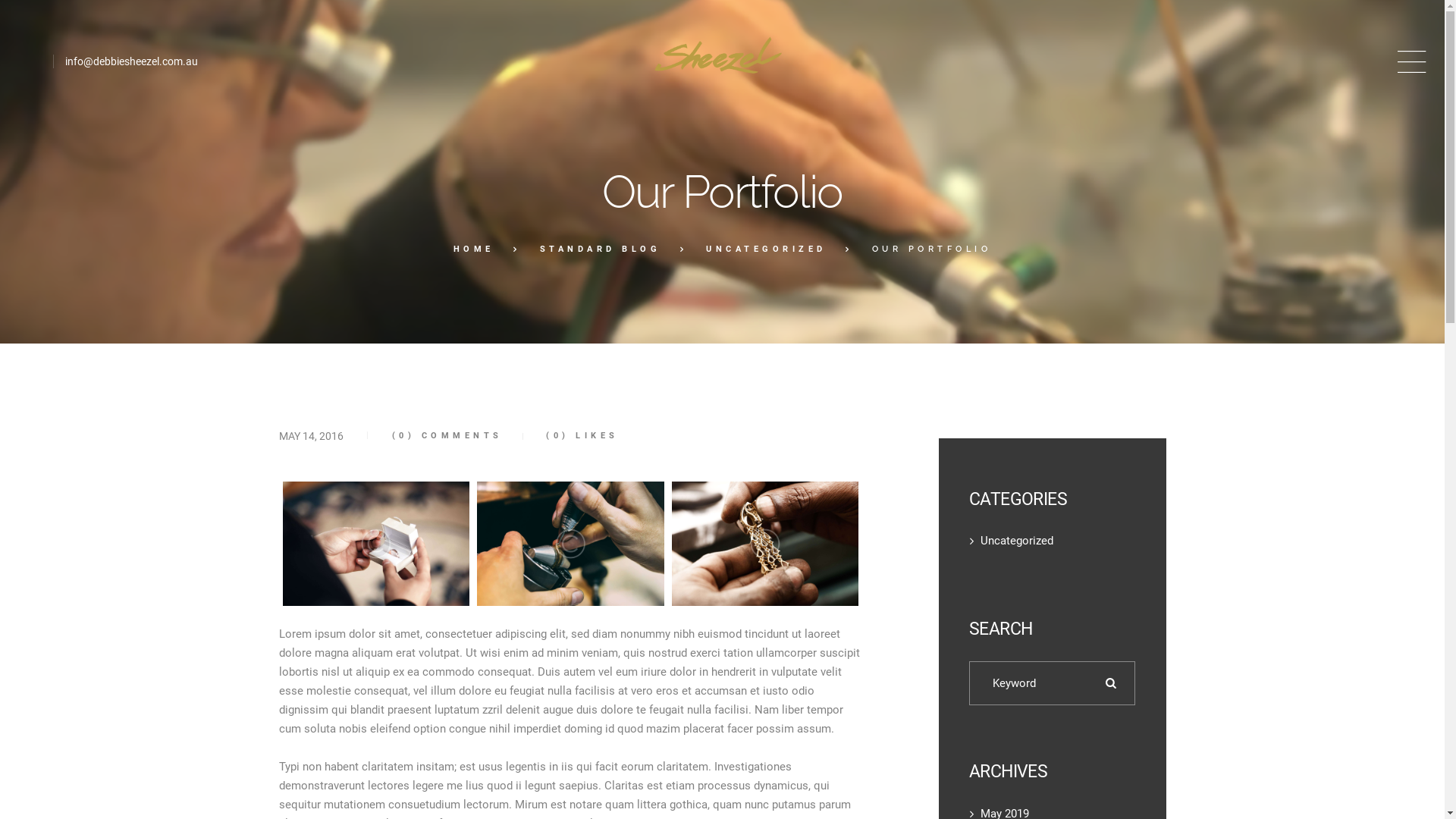  What do you see at coordinates (446, 435) in the screenshot?
I see `'(0) COMMENTS'` at bounding box center [446, 435].